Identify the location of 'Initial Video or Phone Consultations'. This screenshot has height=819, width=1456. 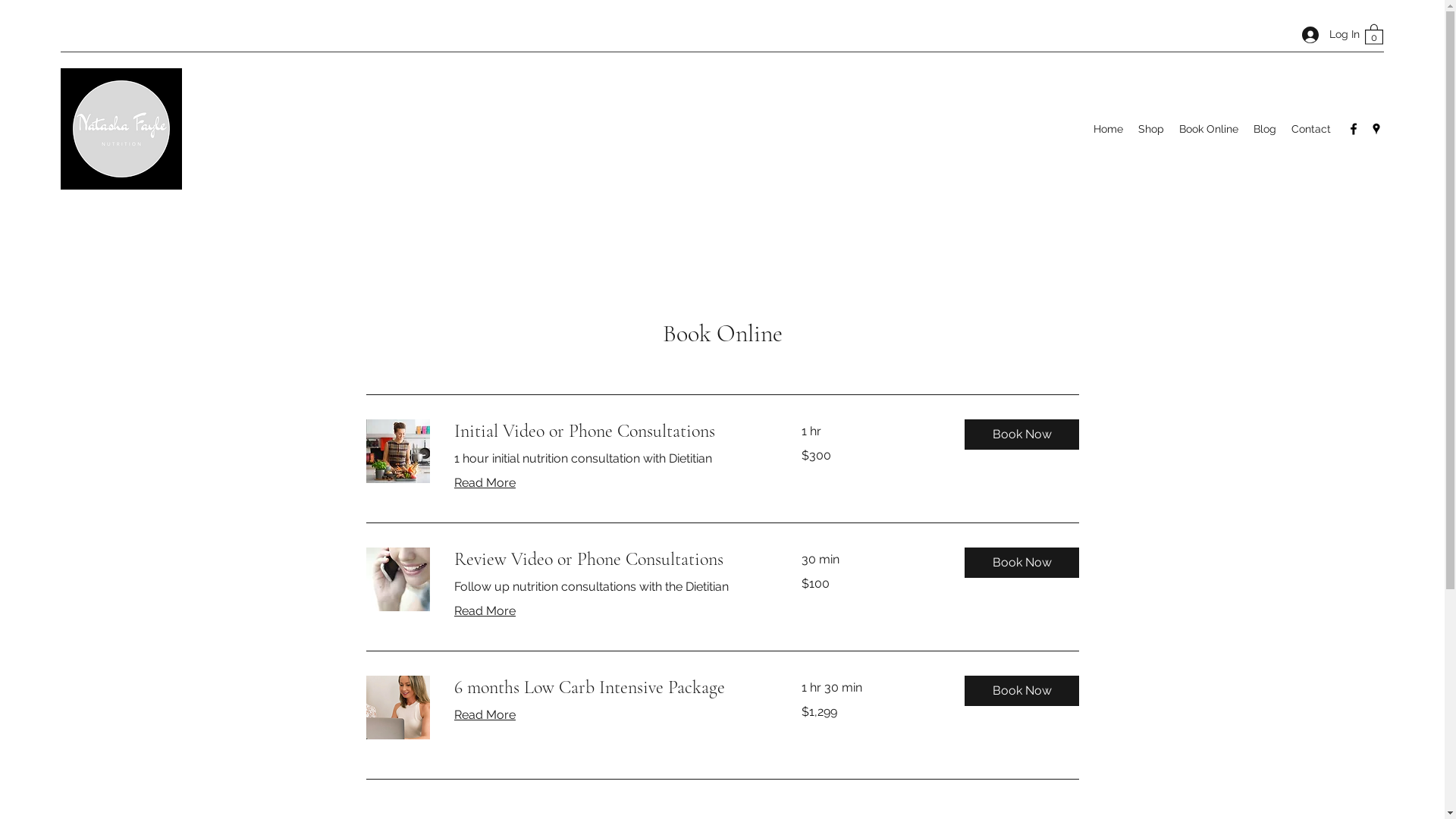
(608, 431).